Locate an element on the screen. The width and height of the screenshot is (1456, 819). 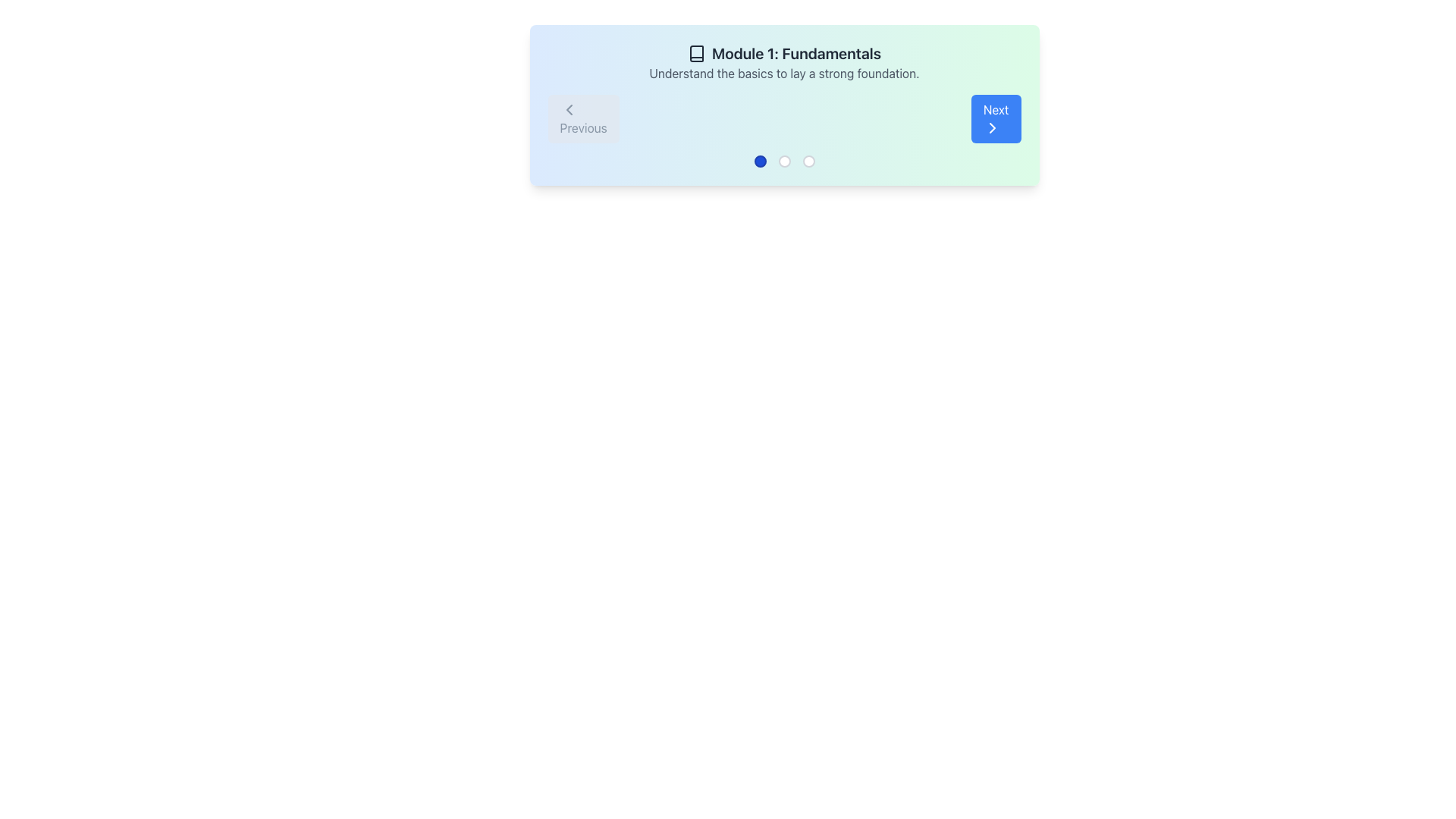
the heading text that indicates the title or topic of the displayed module, which is located after a small book icon and is centered within the card's layout is located at coordinates (795, 52).